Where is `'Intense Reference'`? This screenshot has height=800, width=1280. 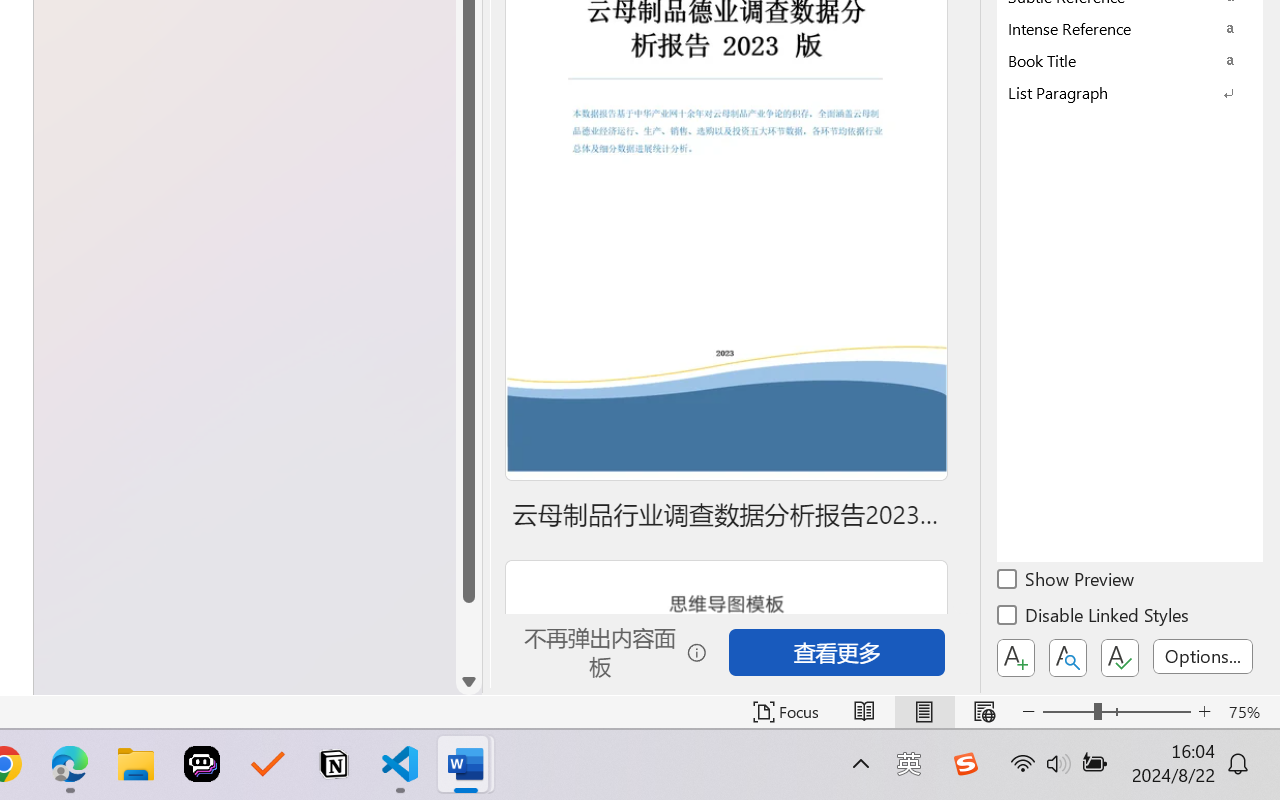
'Intense Reference' is located at coordinates (1130, 28).